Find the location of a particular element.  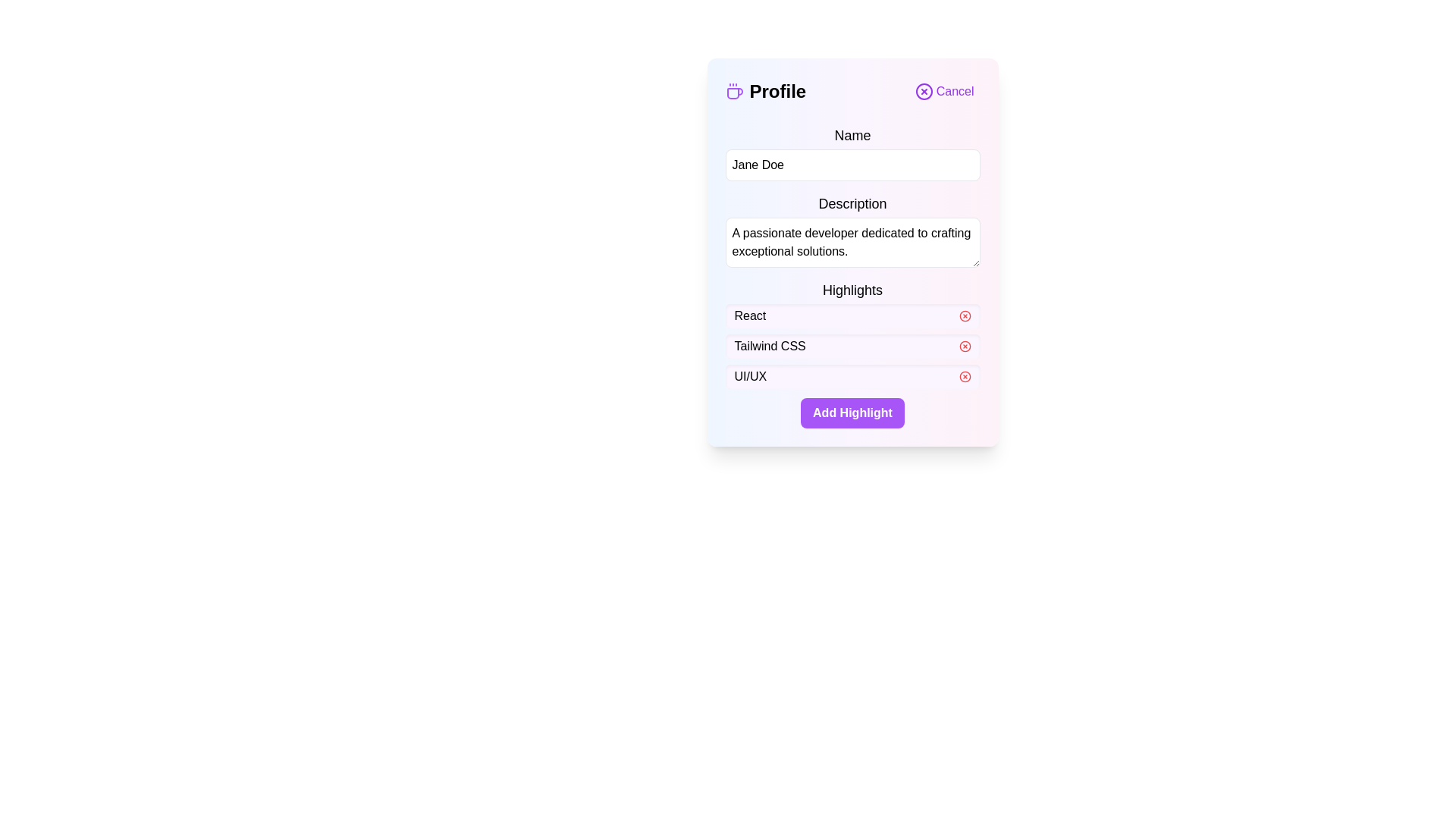

the labels in the 'Profile' Input form is located at coordinates (852, 277).